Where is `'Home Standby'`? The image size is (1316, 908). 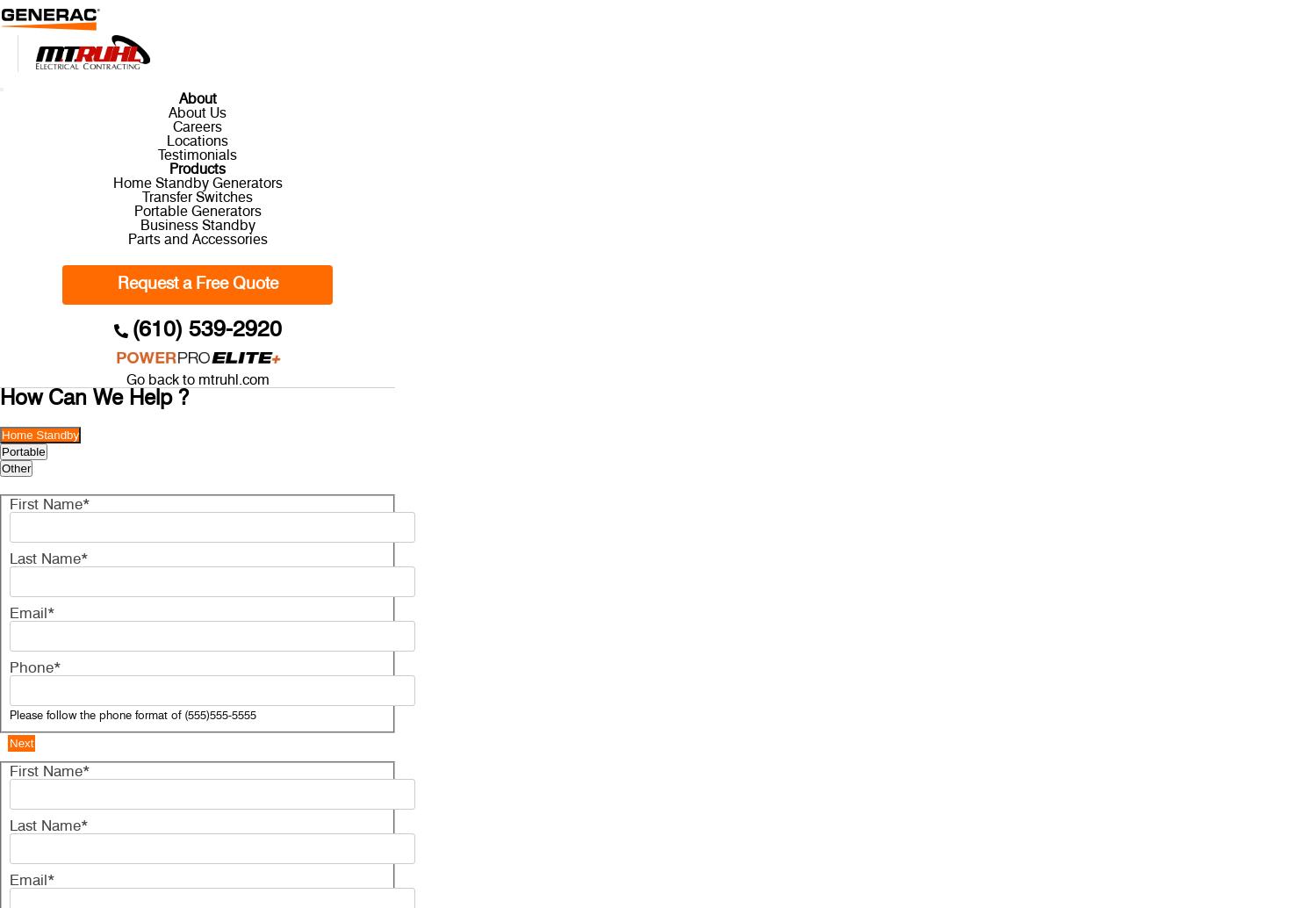
'Home Standby' is located at coordinates (1, 433).